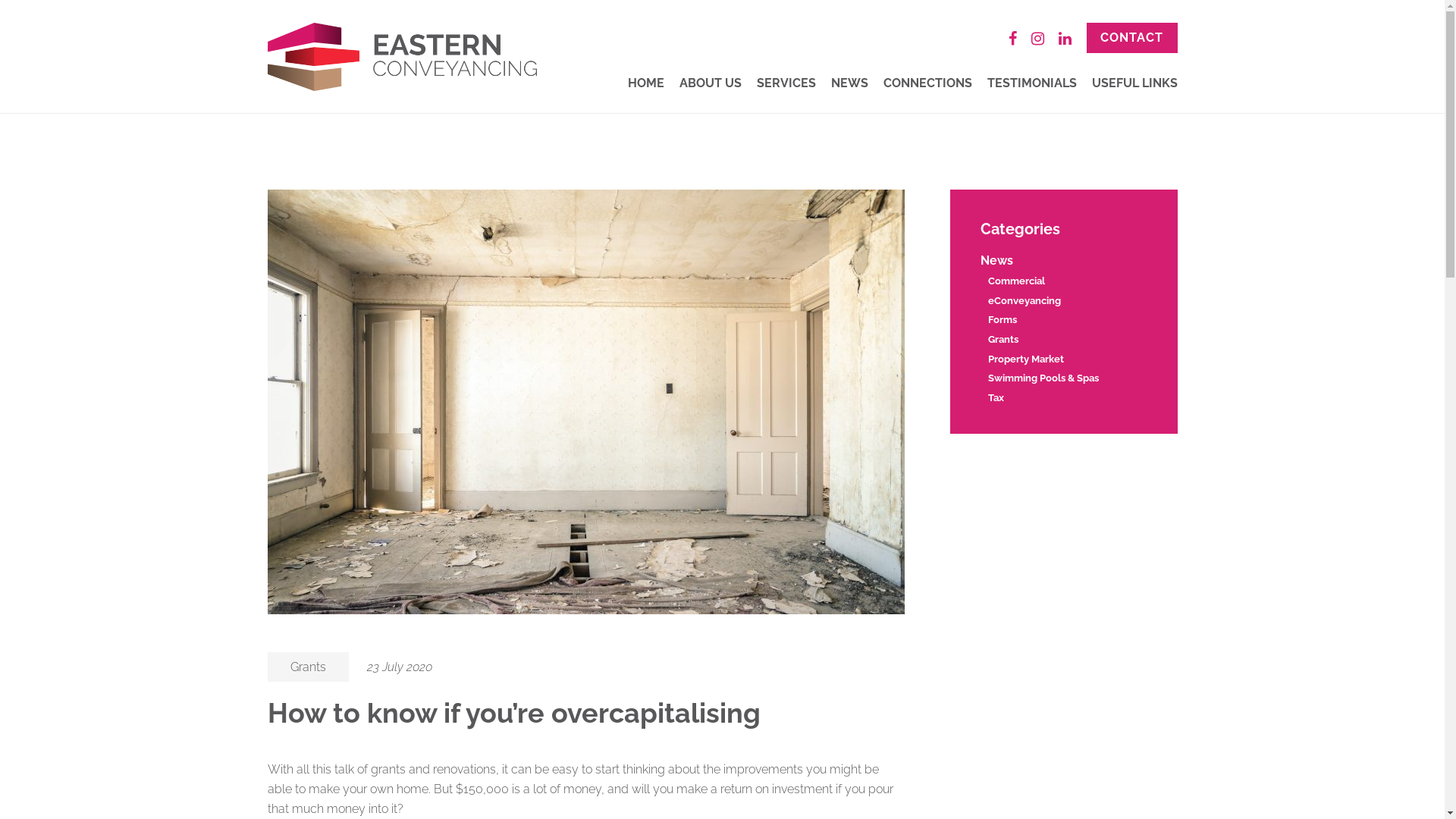 The width and height of the screenshot is (1456, 819). Describe the element at coordinates (786, 83) in the screenshot. I see `'SERVICES'` at that location.